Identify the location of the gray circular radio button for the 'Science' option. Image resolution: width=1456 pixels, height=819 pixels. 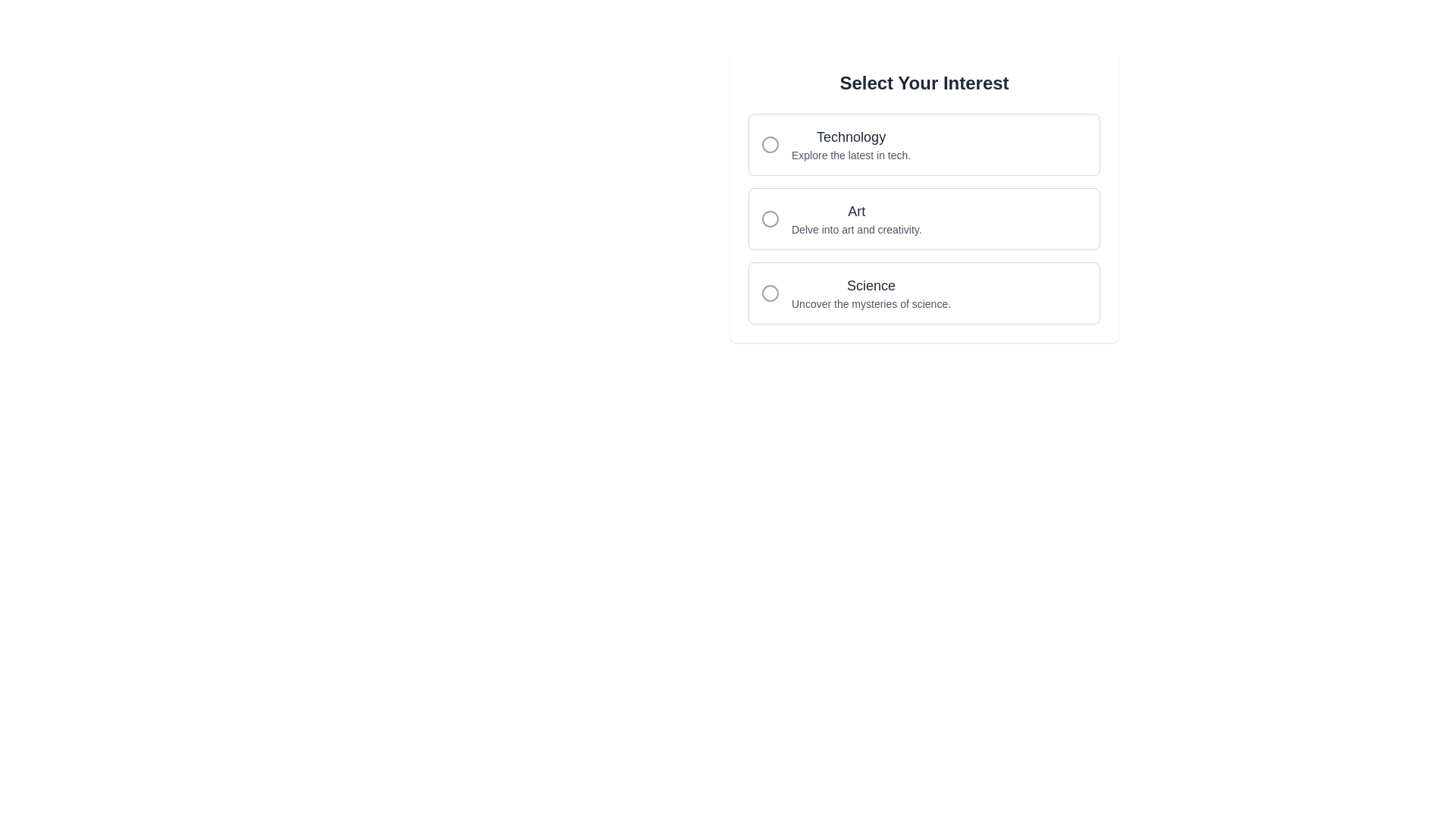
(770, 293).